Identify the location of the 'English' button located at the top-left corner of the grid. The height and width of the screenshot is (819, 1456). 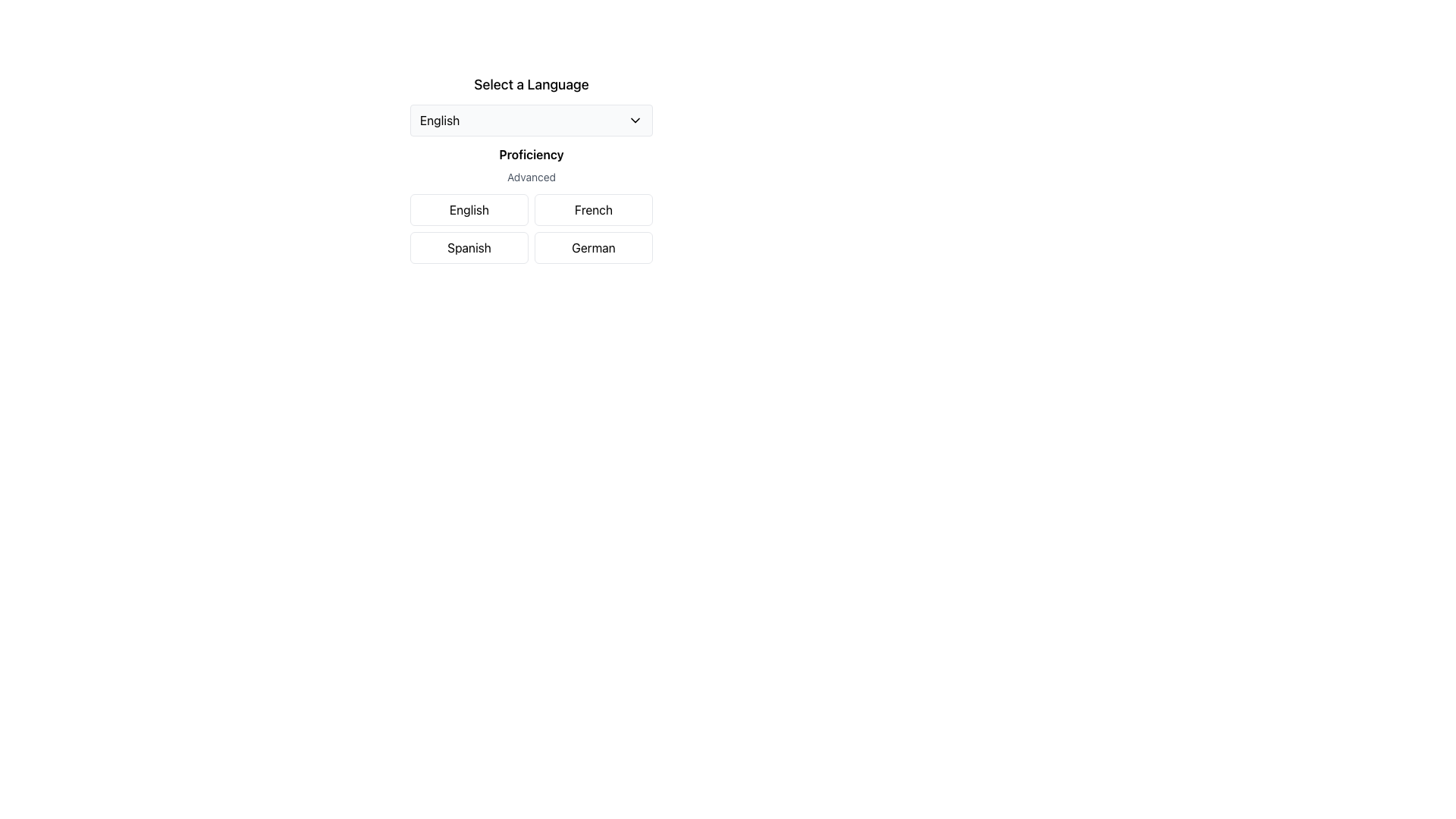
(469, 210).